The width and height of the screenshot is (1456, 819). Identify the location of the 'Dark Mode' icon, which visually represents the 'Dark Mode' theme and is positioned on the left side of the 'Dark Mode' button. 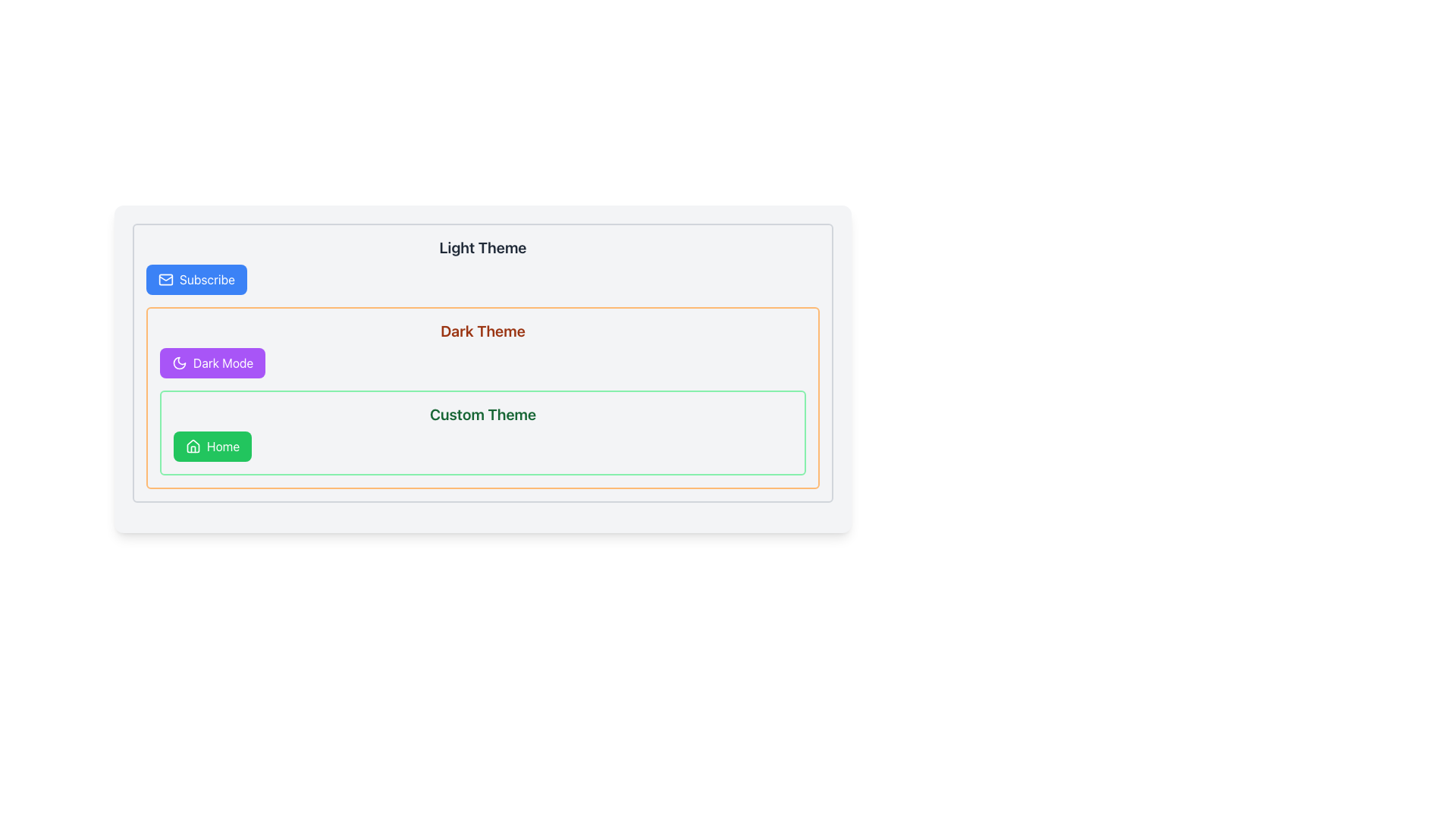
(179, 362).